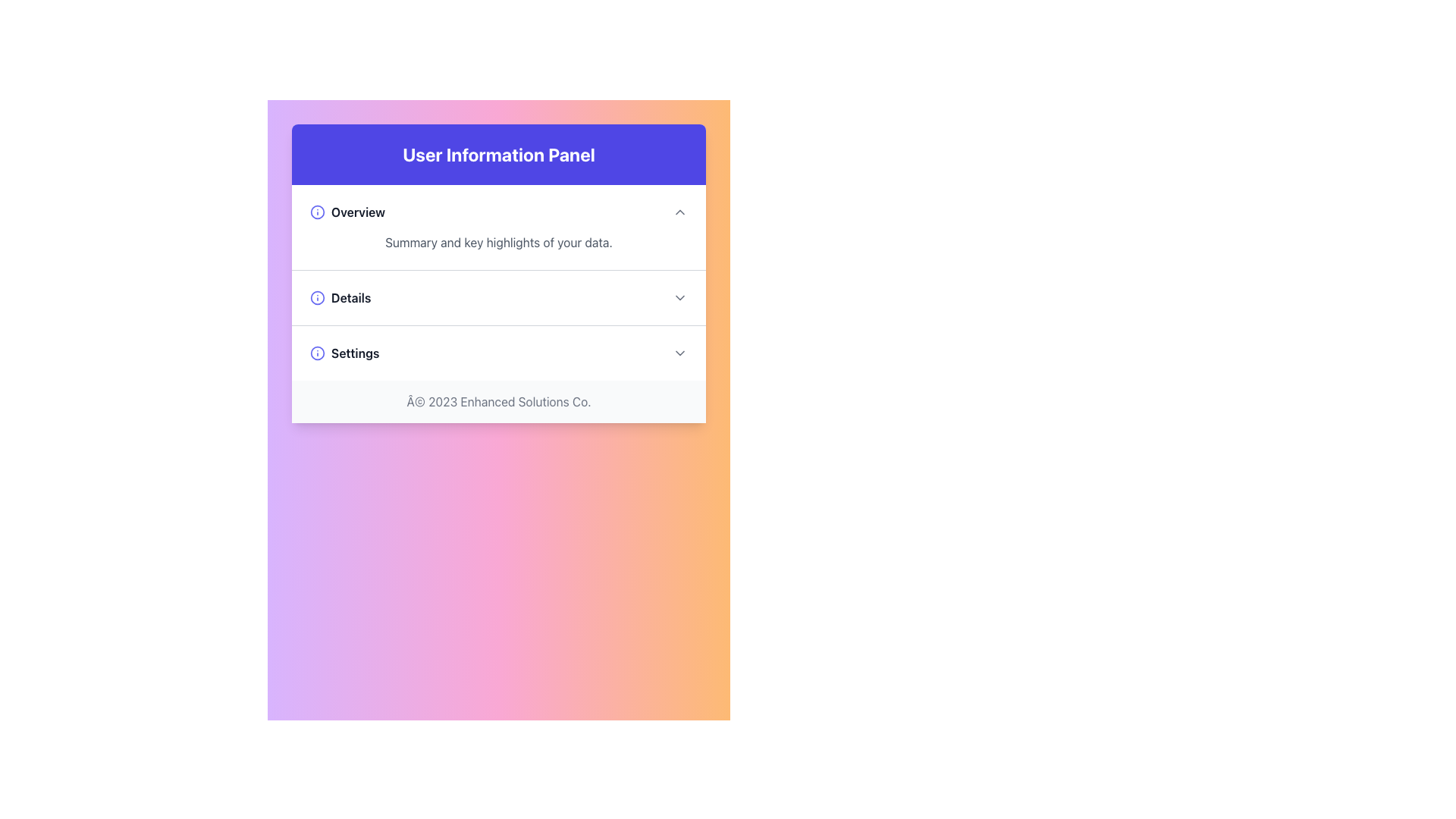 This screenshot has width=1456, height=819. What do you see at coordinates (498, 283) in the screenshot?
I see `the second collapsible section within the 'User Information Panel'` at bounding box center [498, 283].